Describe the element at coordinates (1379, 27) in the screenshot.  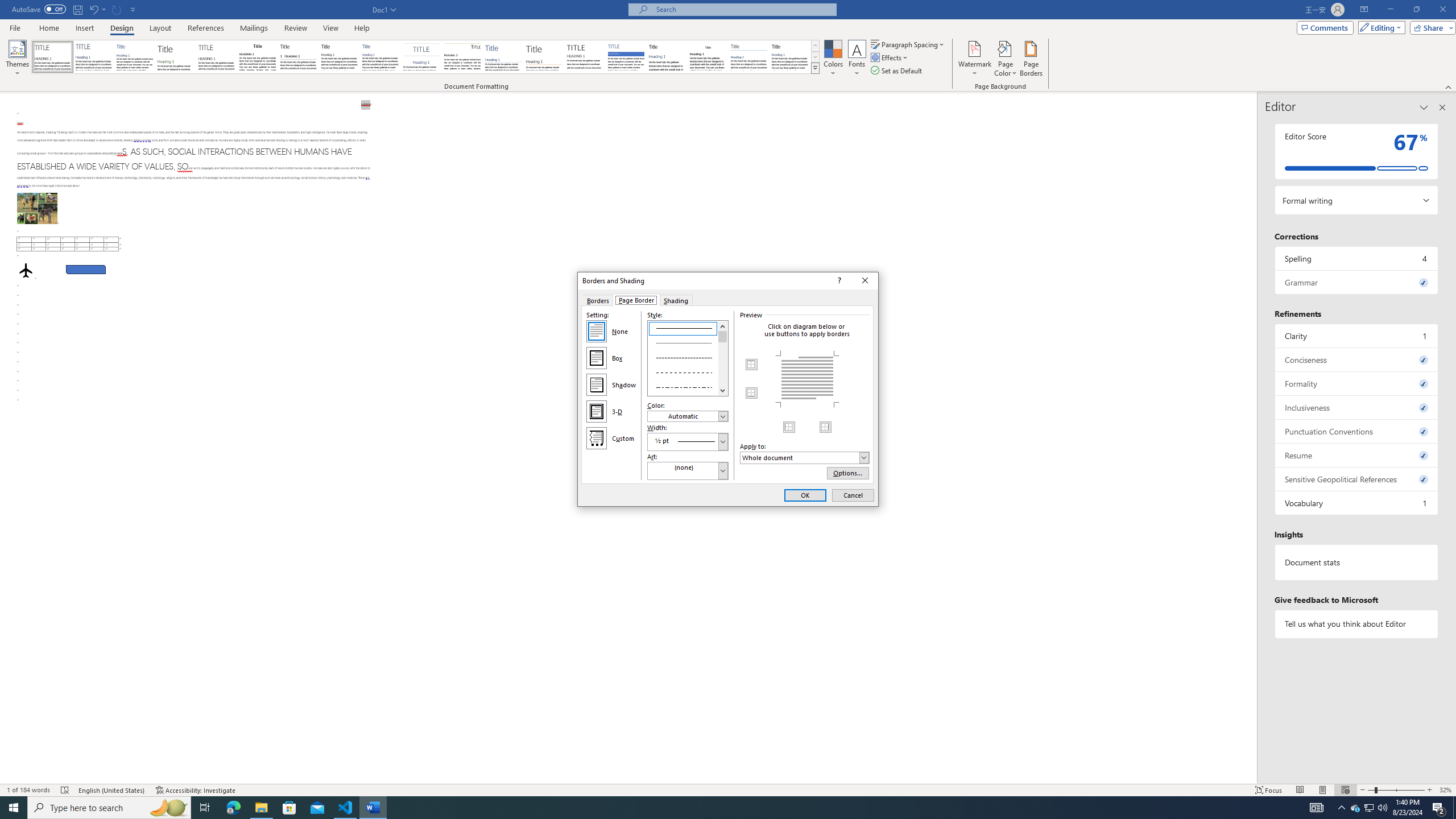
I see `'Editing'` at that location.